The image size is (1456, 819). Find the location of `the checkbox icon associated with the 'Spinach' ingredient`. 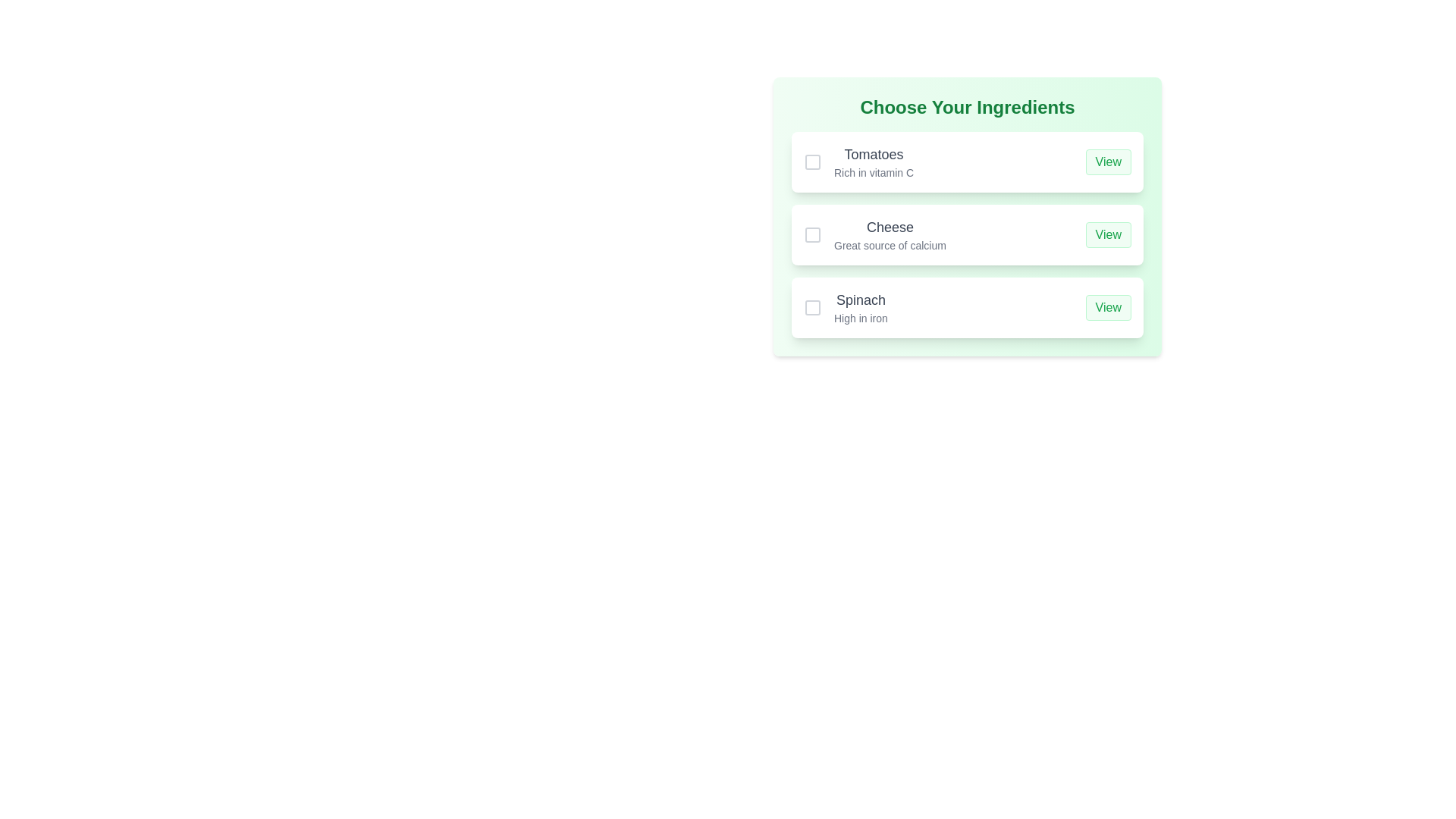

the checkbox icon associated with the 'Spinach' ingredient is located at coordinates (811, 307).